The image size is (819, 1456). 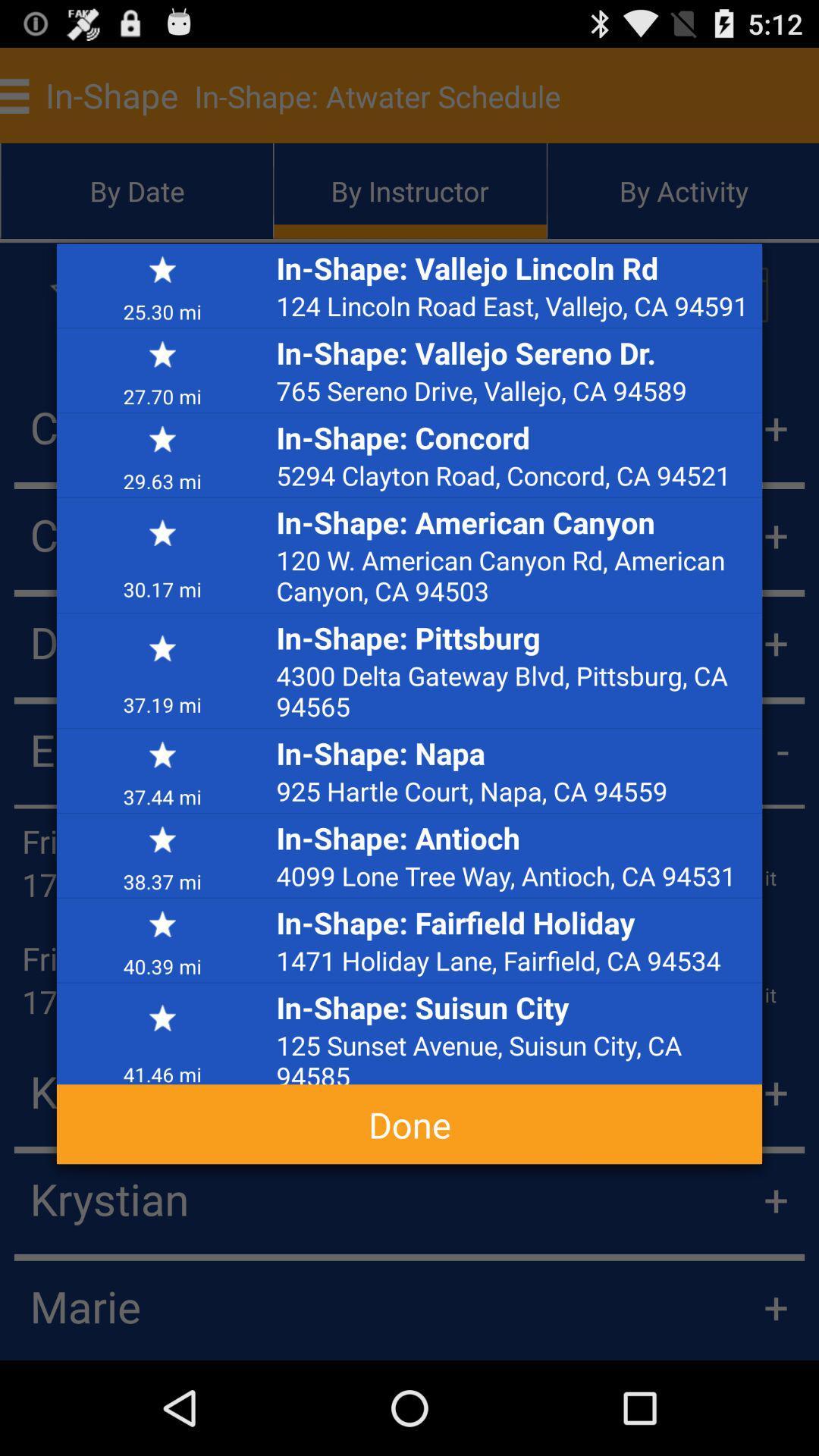 What do you see at coordinates (514, 690) in the screenshot?
I see `the 4300 delta gateway item` at bounding box center [514, 690].